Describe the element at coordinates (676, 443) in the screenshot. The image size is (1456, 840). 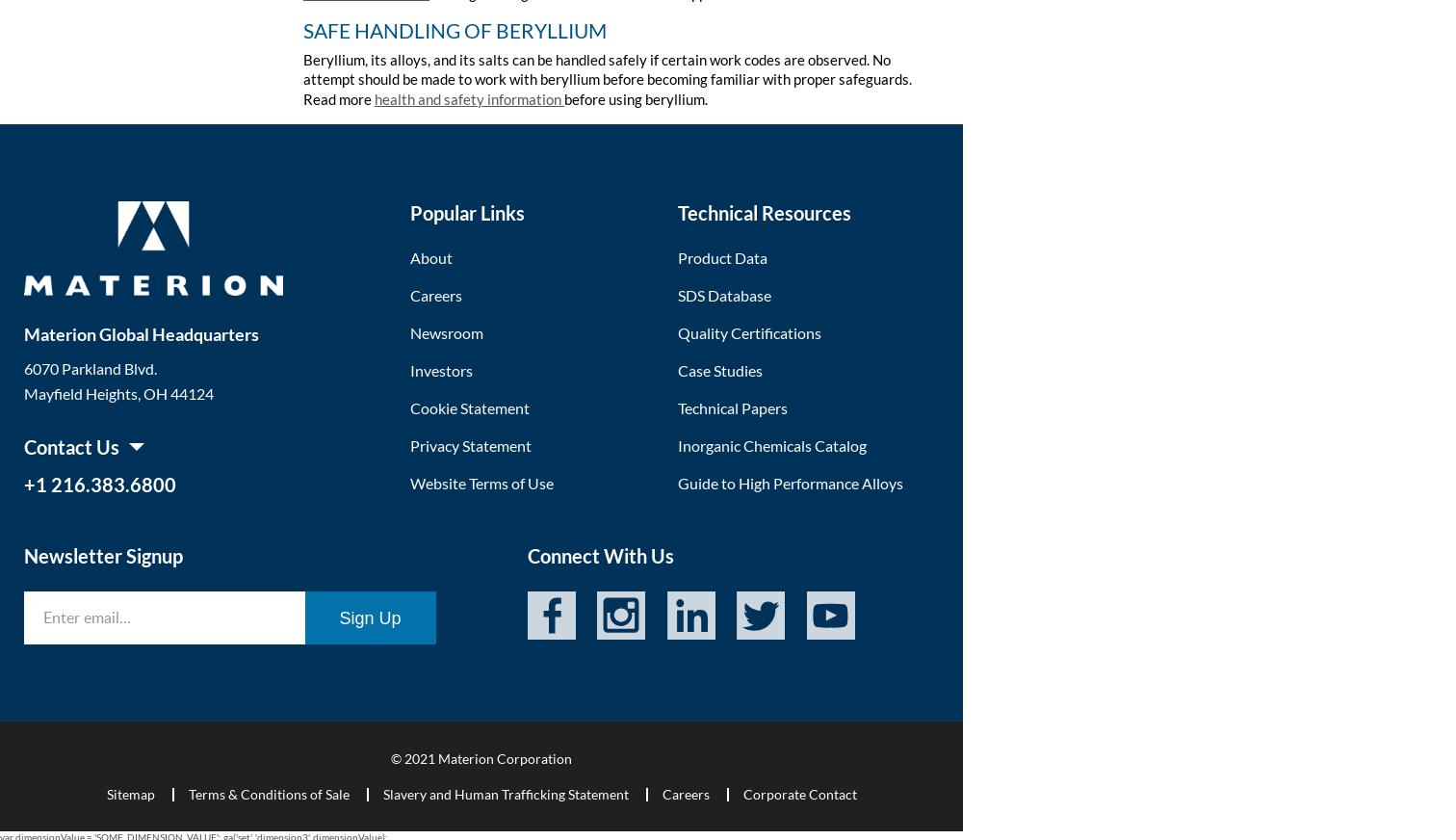
I see `'Inorganic Chemicals Catalog'` at that location.